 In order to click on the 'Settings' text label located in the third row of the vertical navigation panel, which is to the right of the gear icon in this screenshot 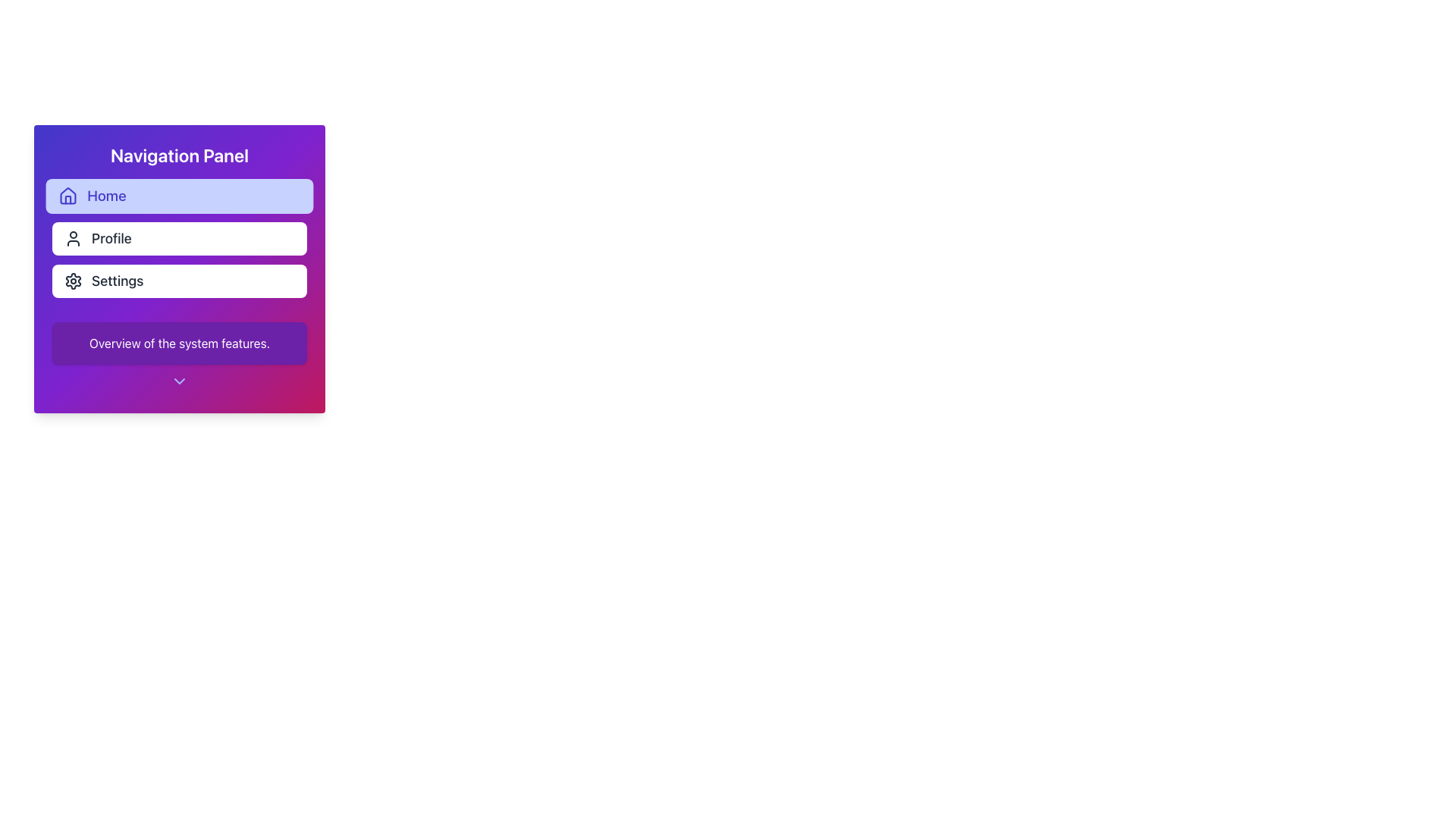, I will do `click(117, 281)`.